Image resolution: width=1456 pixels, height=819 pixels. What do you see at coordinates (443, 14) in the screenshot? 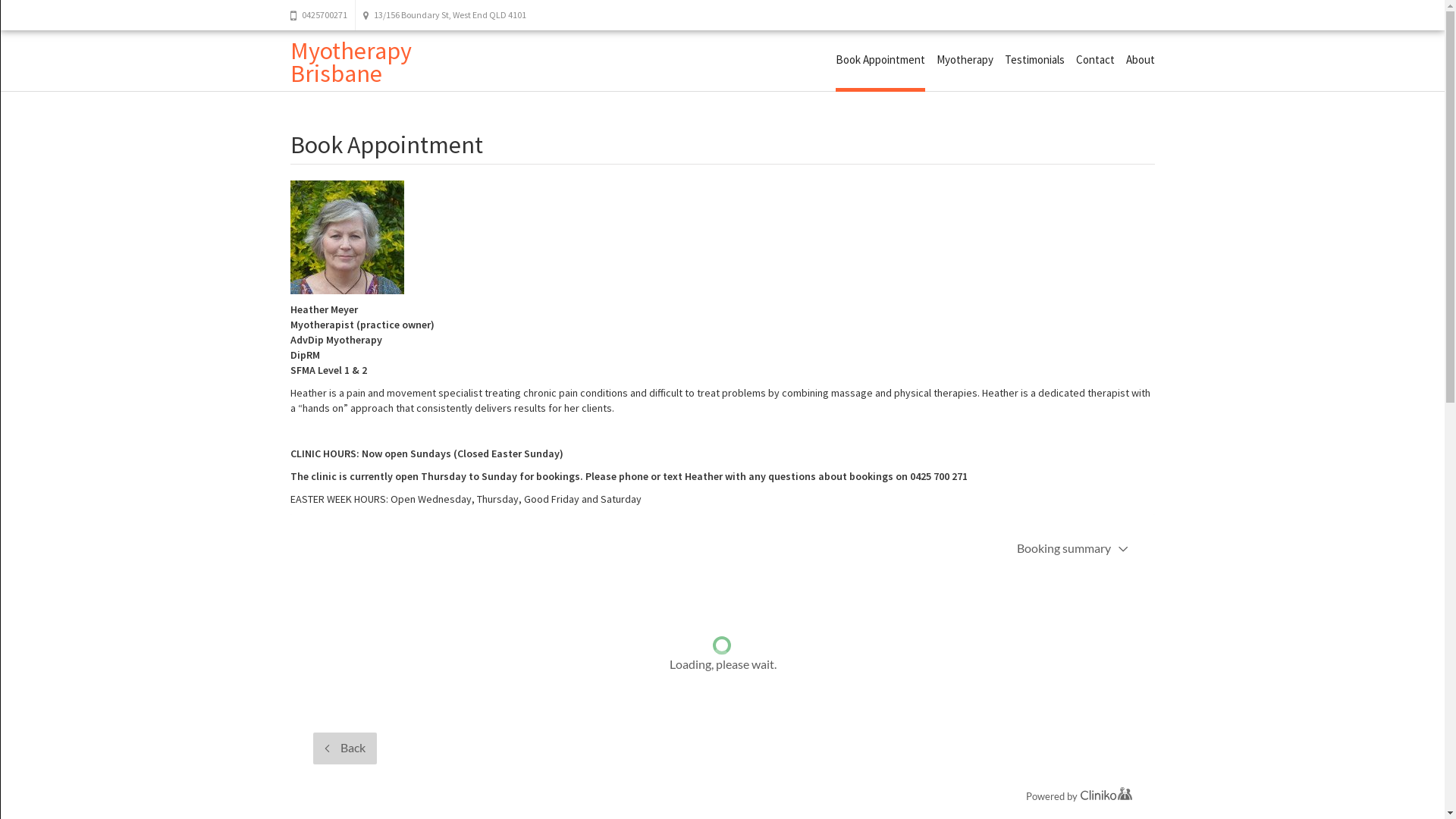
I see `'13/156 Boundary St, West End QLD 4101'` at bounding box center [443, 14].